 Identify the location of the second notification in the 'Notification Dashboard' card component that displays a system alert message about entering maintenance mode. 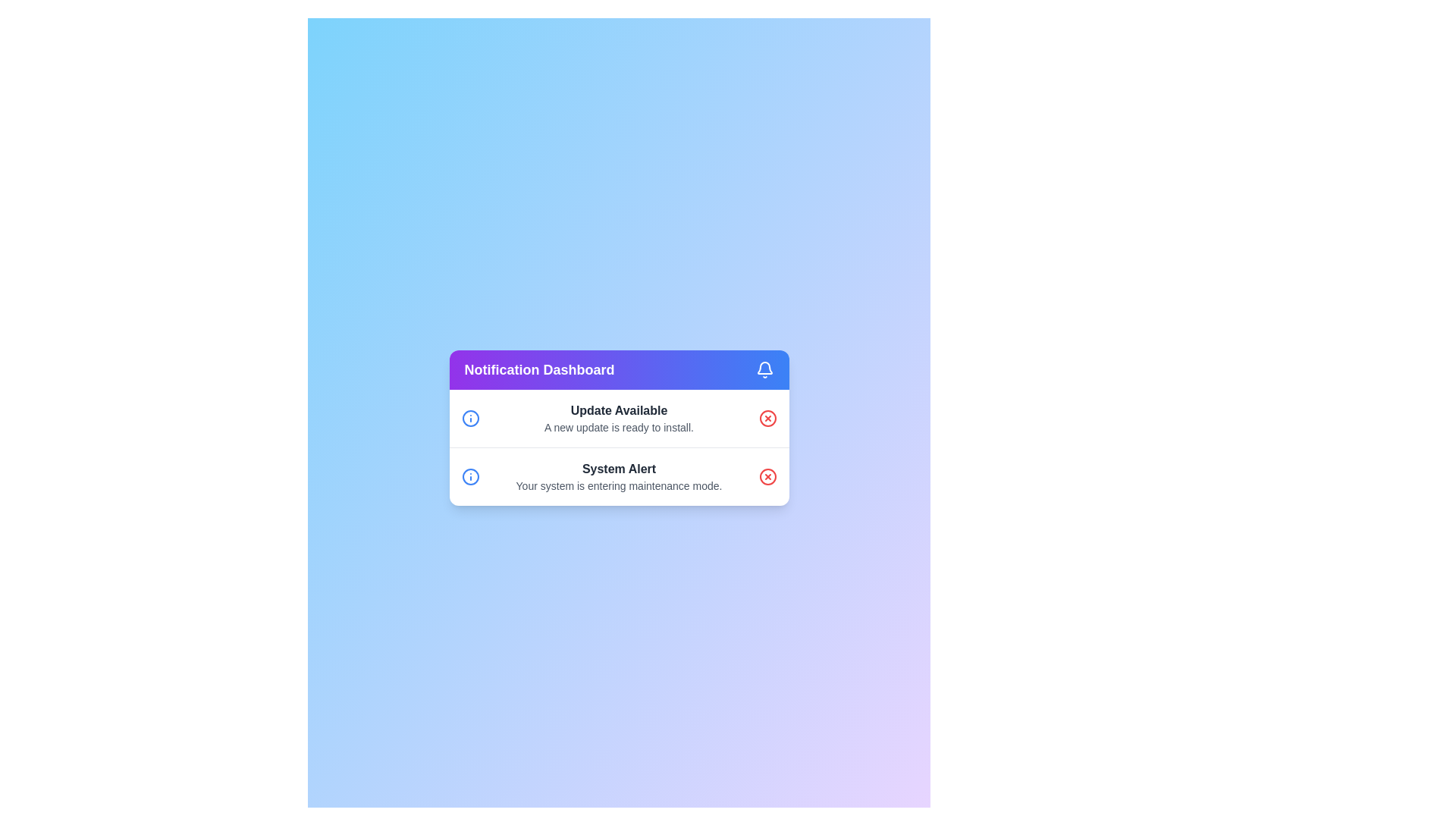
(619, 475).